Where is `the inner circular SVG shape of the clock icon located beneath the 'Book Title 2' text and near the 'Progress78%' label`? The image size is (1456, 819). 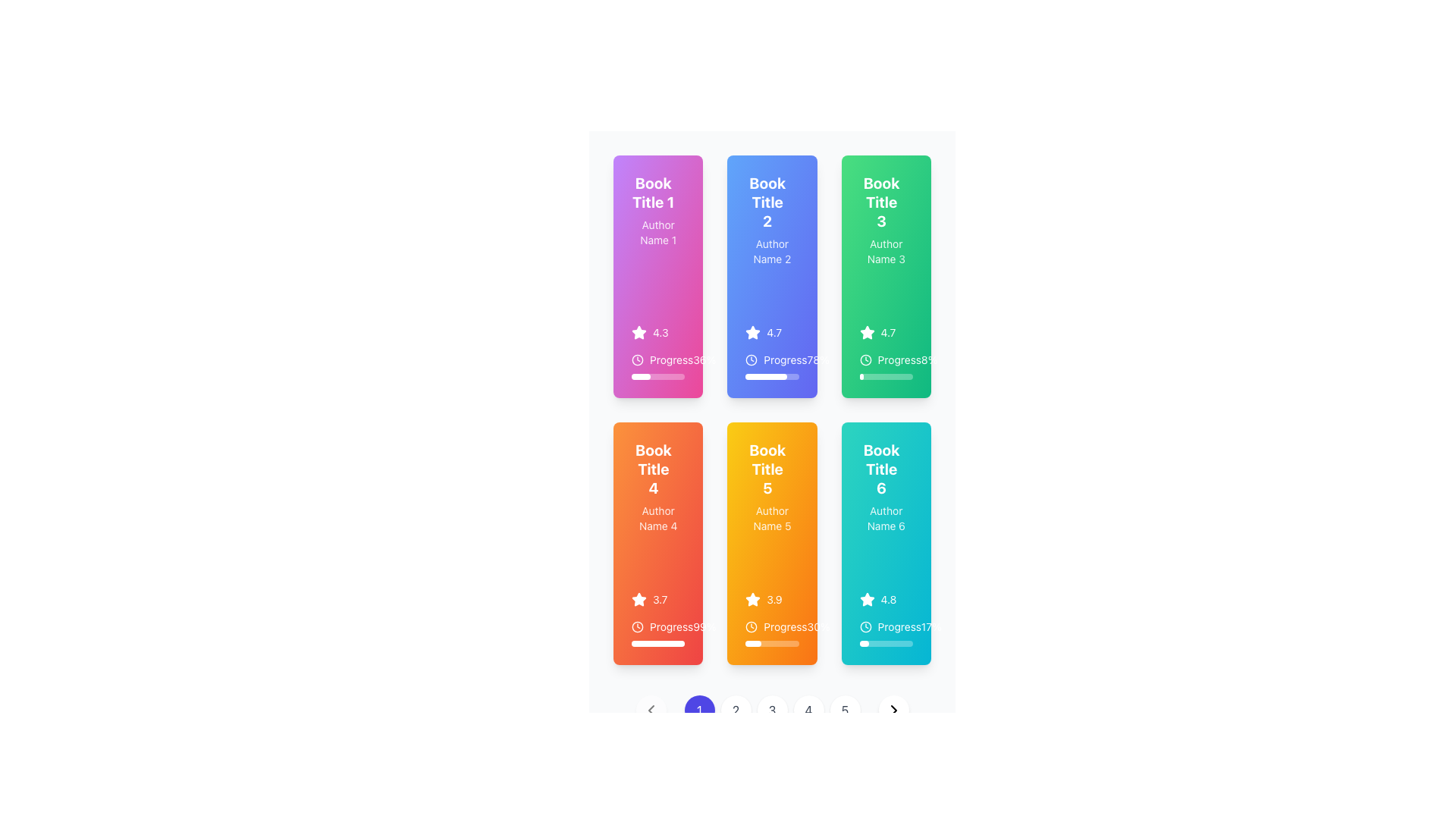
the inner circular SVG shape of the clock icon located beneath the 'Book Title 2' text and near the 'Progress78%' label is located at coordinates (752, 359).